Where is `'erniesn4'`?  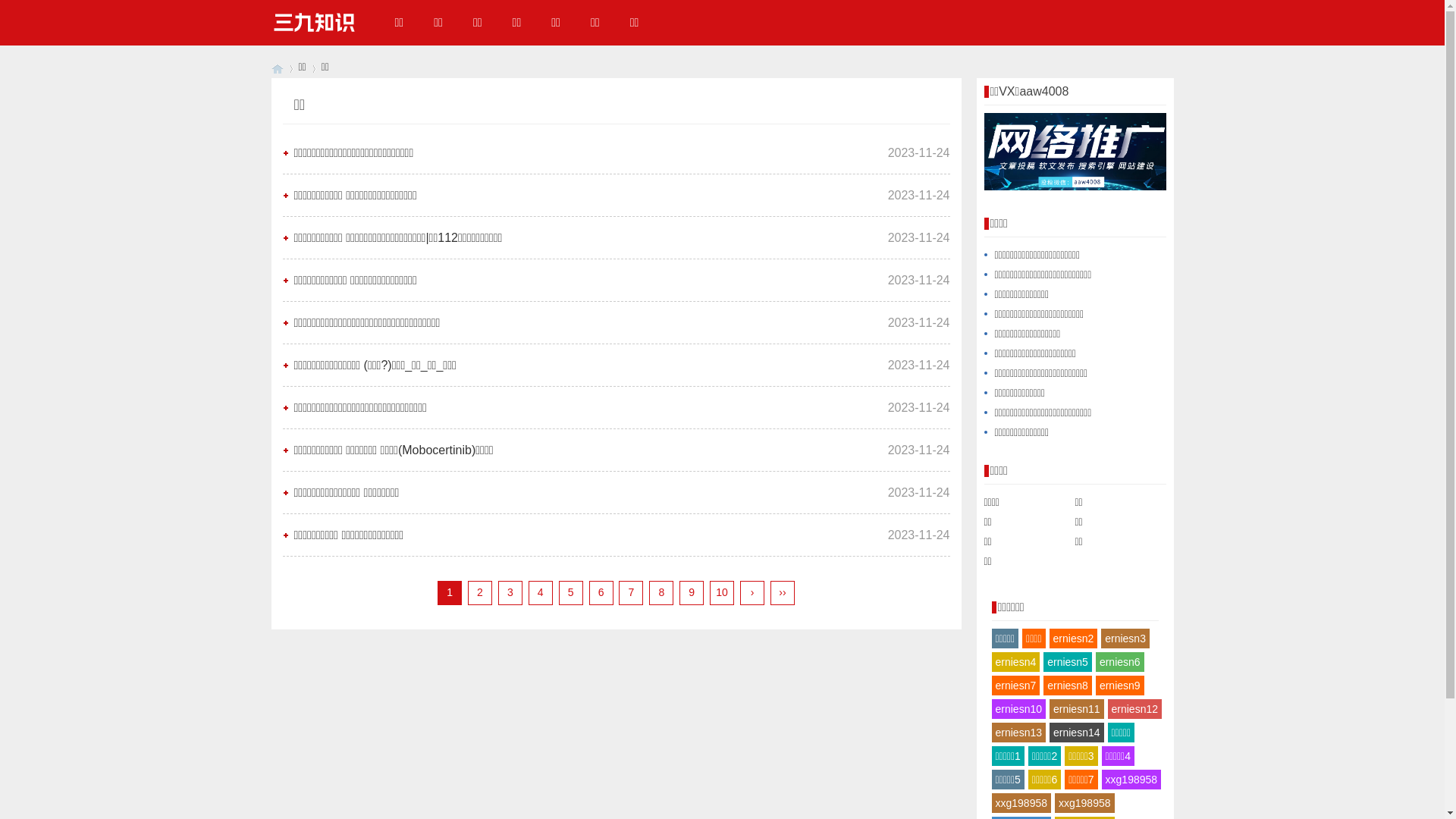
'erniesn4' is located at coordinates (992, 661).